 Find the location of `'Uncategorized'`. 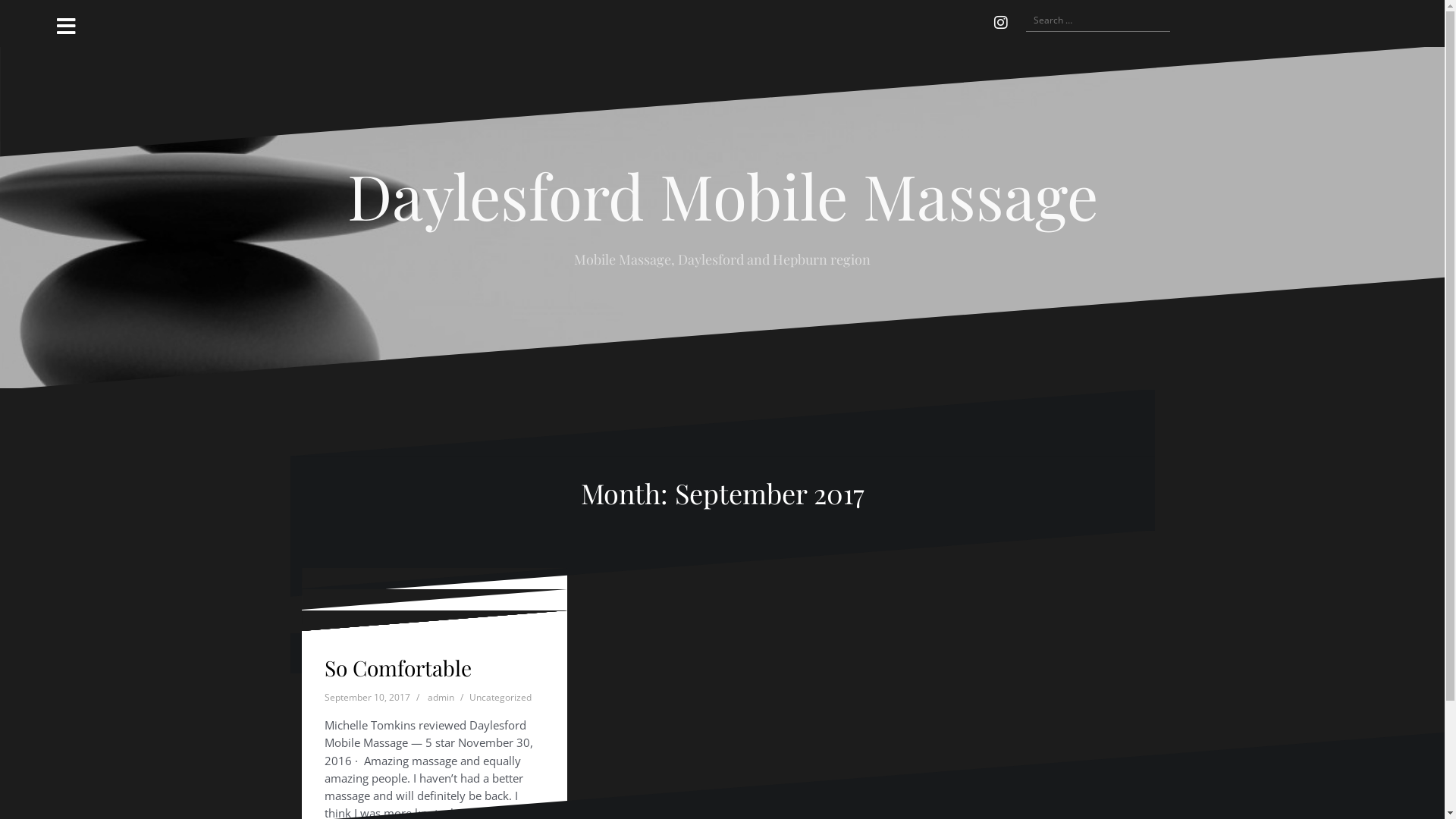

'Uncategorized' is located at coordinates (499, 676).